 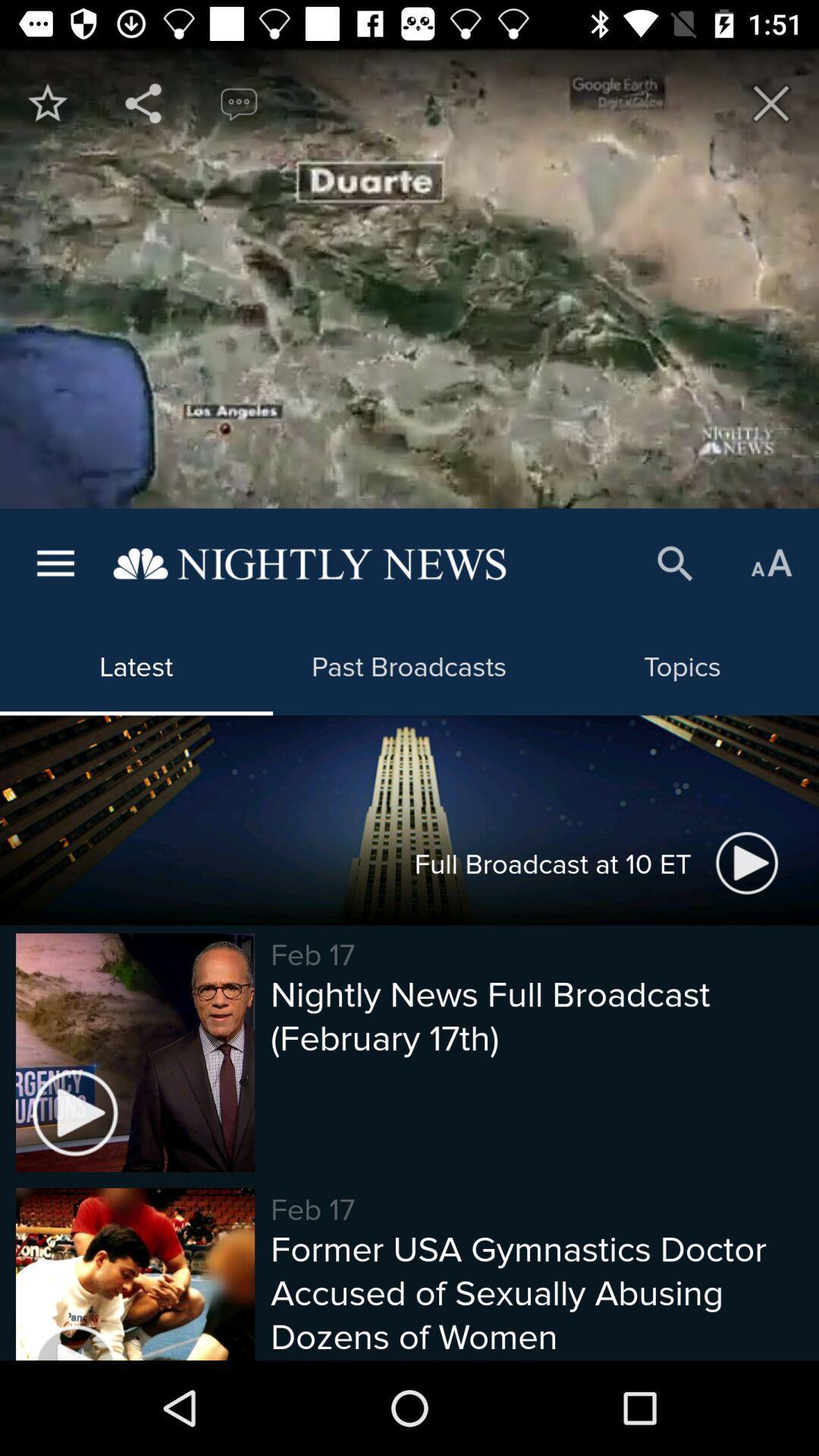 I want to click on nightly news, so click(x=46, y=102).